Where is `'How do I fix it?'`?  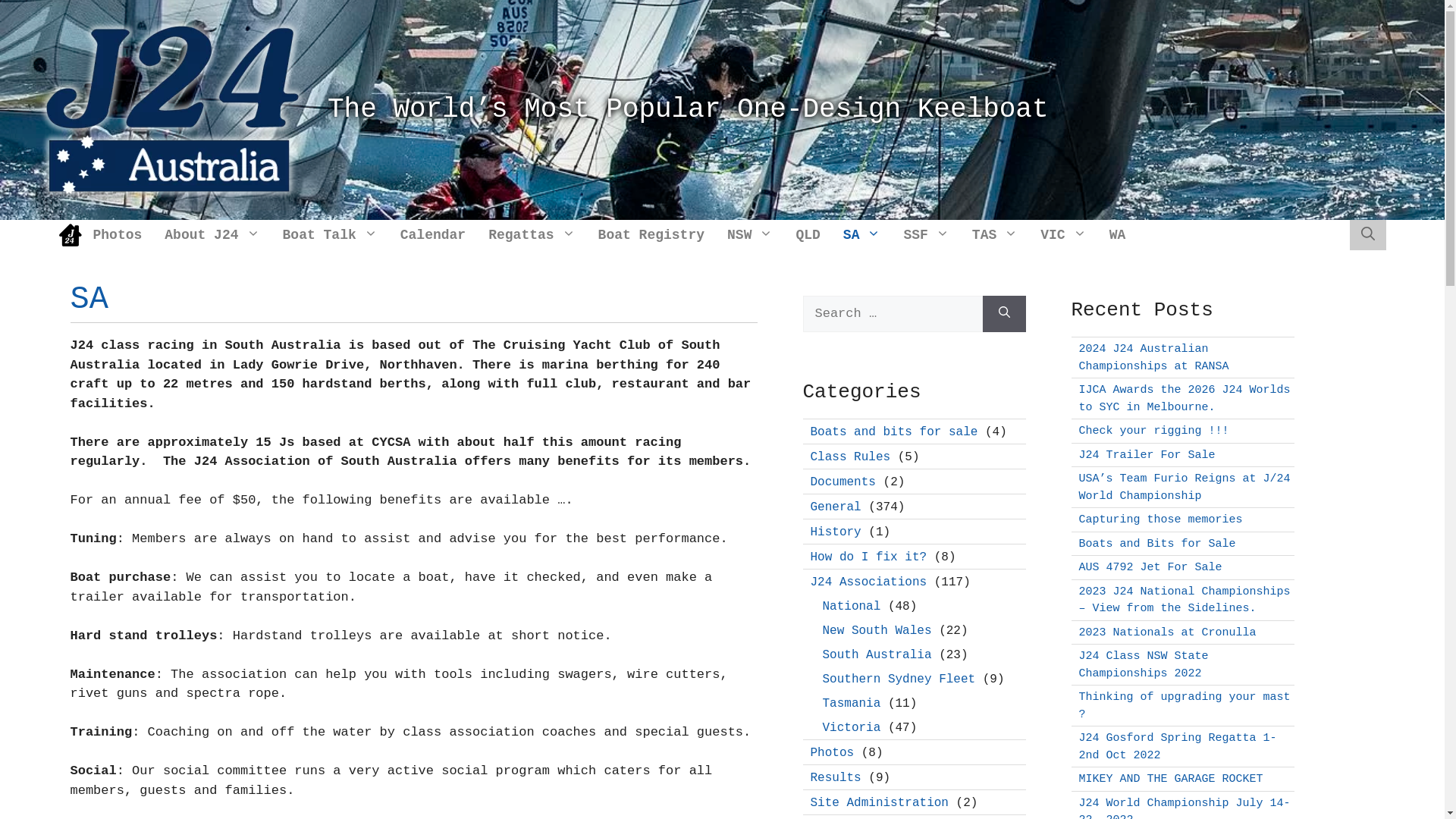 'How do I fix it?' is located at coordinates (868, 557).